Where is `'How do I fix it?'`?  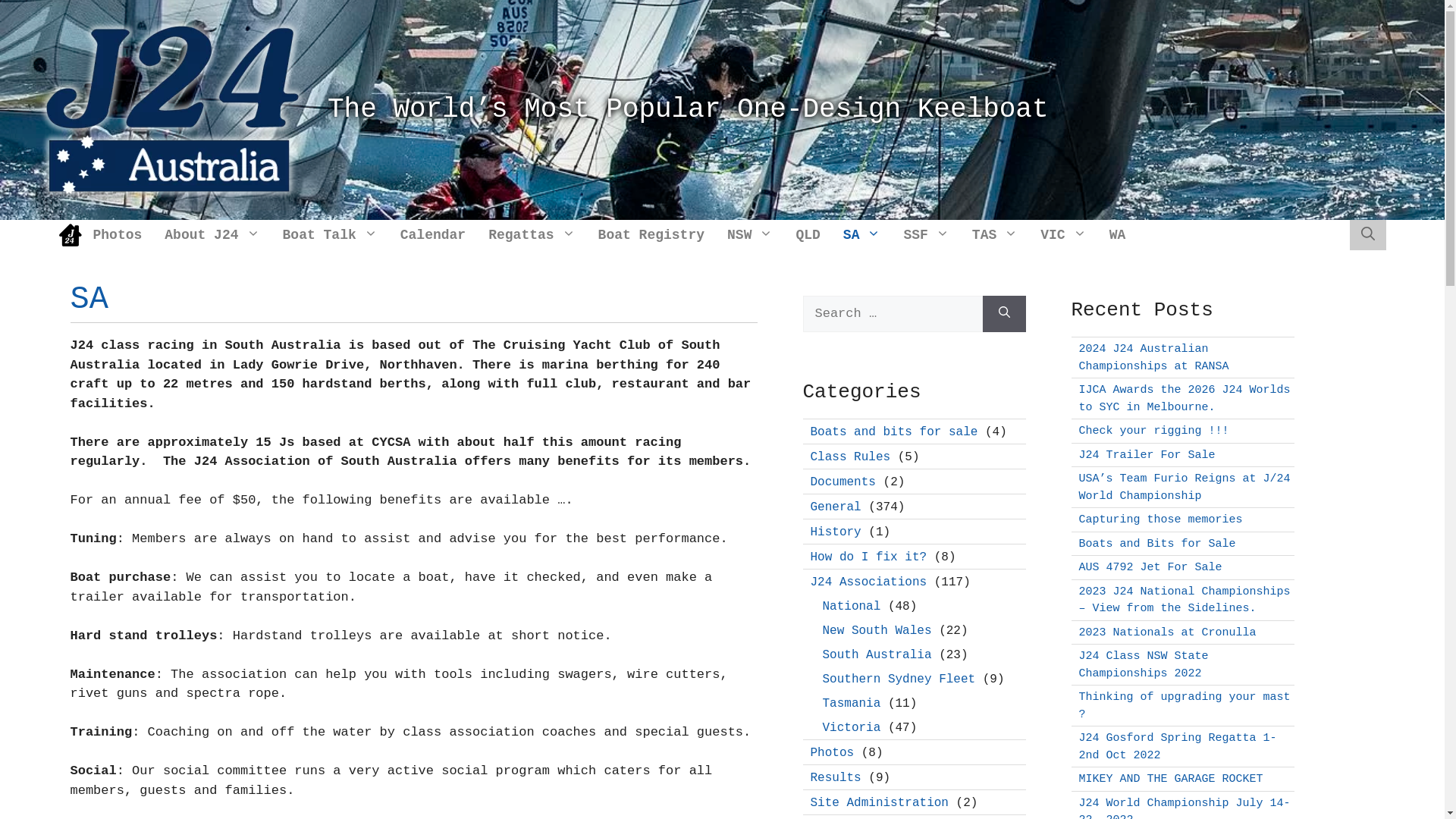 'How do I fix it?' is located at coordinates (868, 557).